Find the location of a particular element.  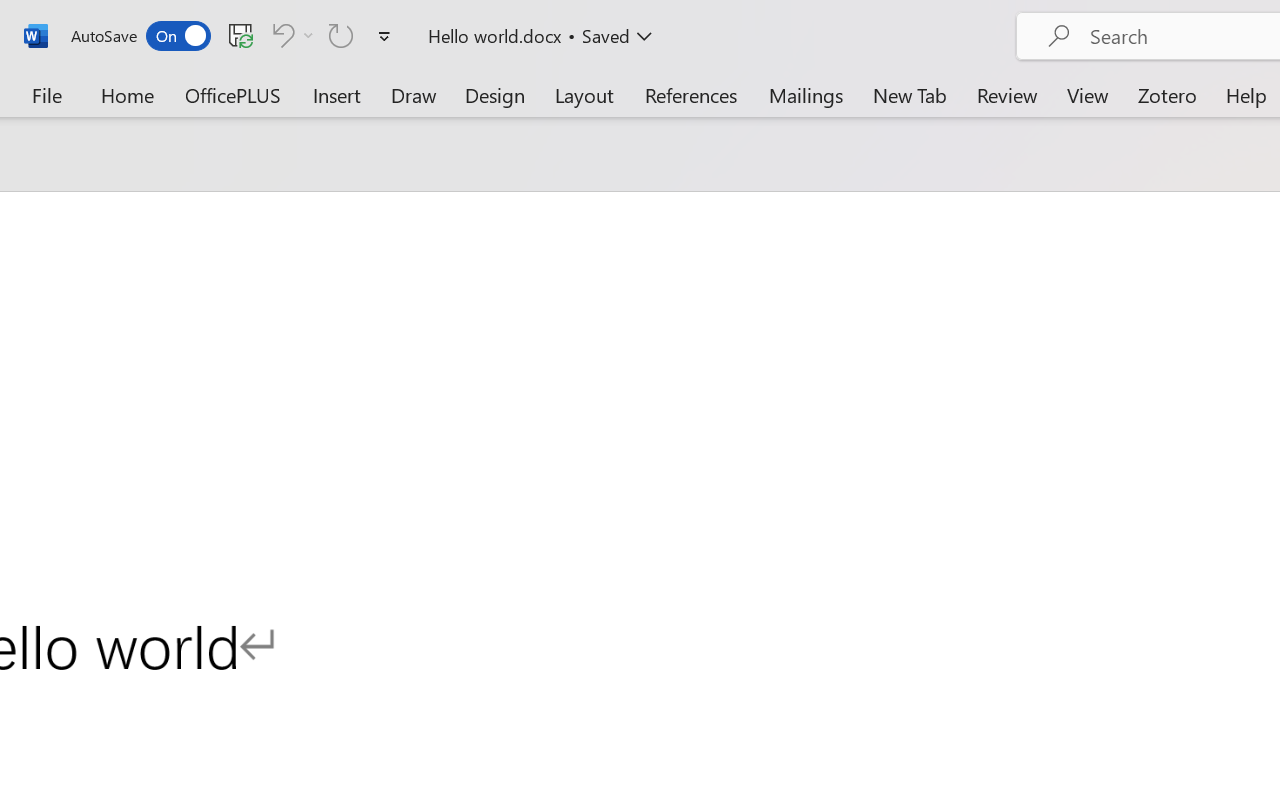

'Draw' is located at coordinates (413, 94).